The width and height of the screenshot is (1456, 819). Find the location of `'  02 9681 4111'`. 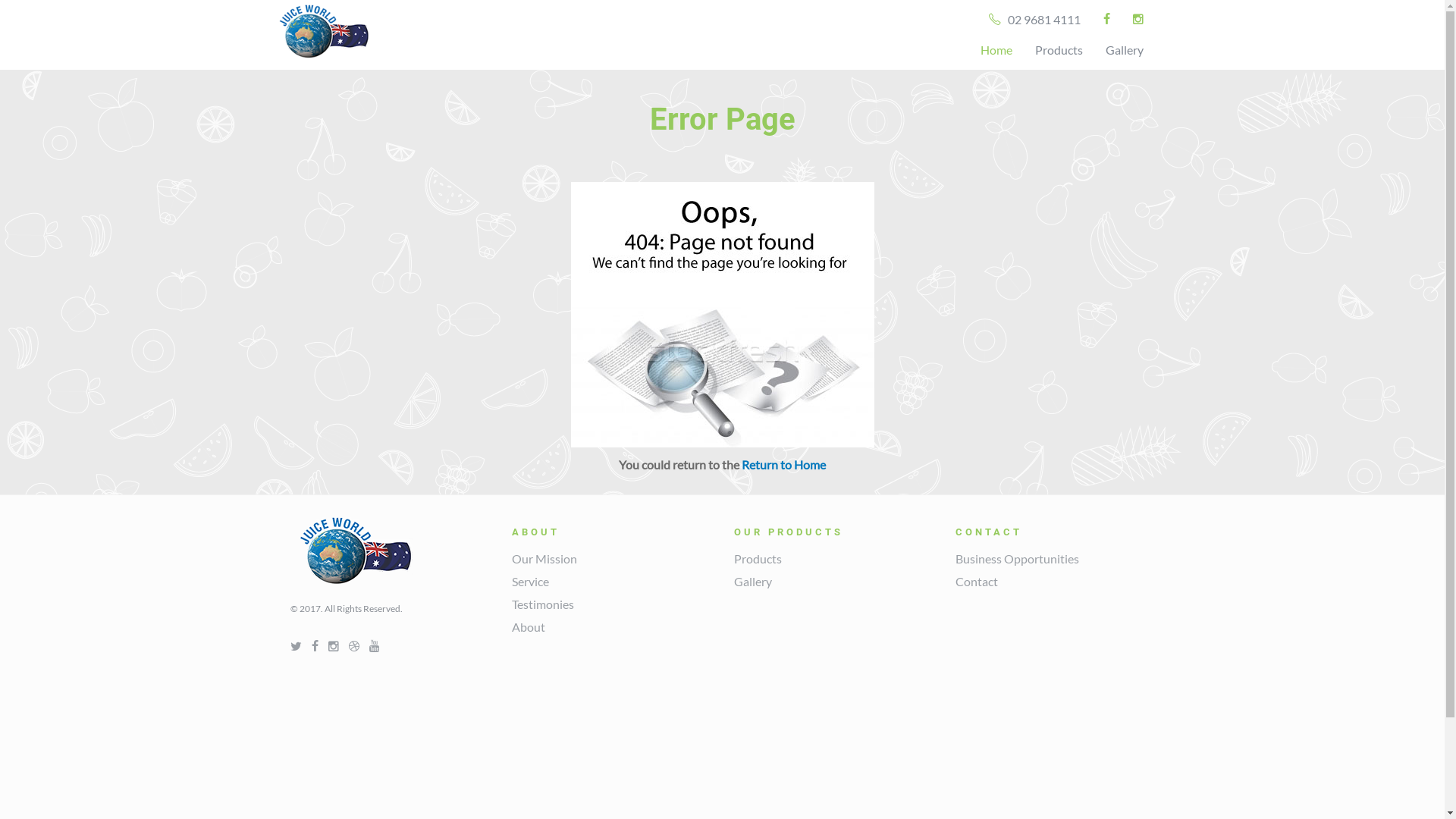

'  02 9681 4111' is located at coordinates (1033, 20).